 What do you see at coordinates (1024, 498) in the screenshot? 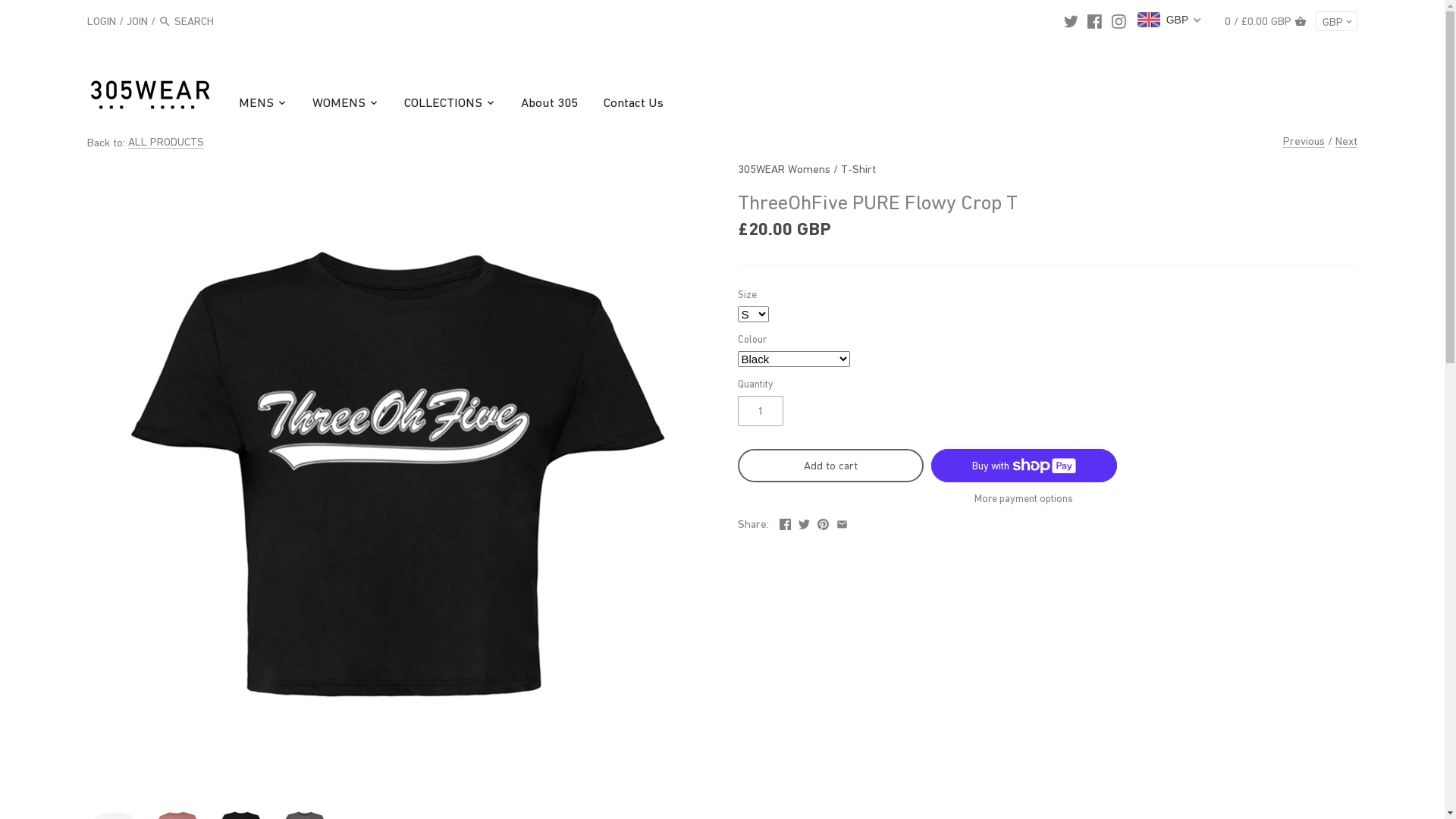
I see `'More payment options'` at bounding box center [1024, 498].